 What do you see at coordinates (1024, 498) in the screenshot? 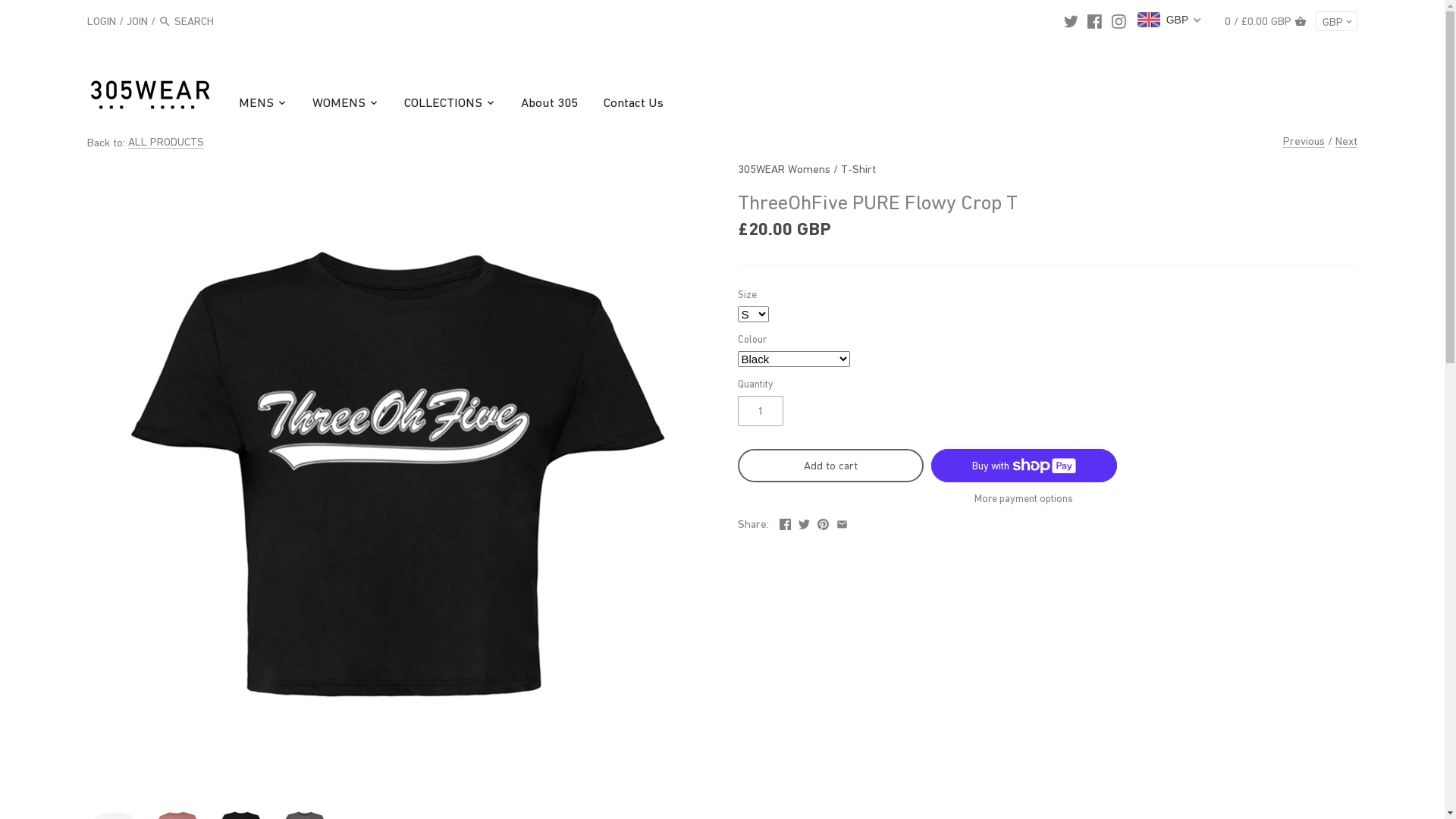
I see `'More payment options'` at bounding box center [1024, 498].